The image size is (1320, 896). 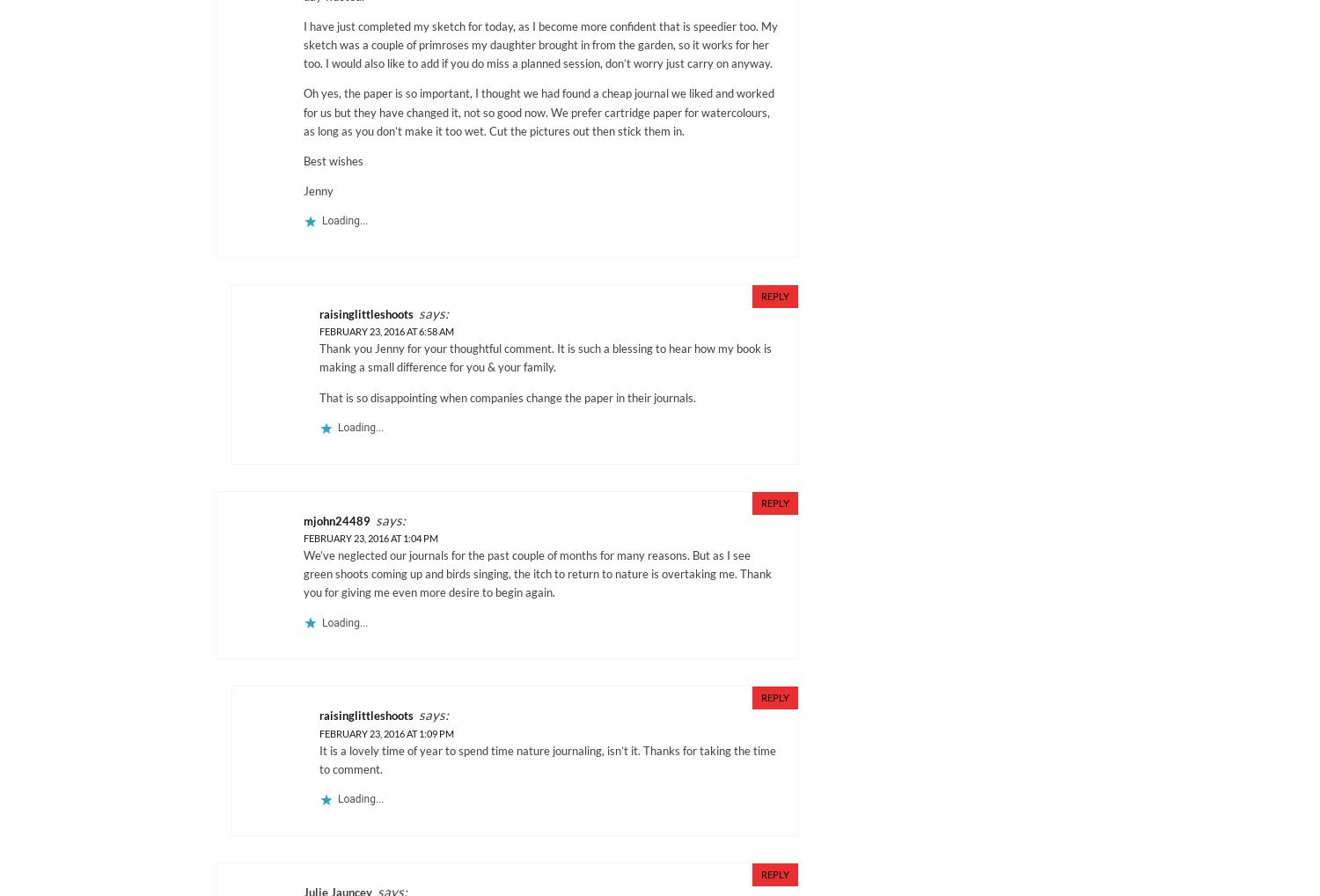 What do you see at coordinates (385, 731) in the screenshot?
I see `'February 23, 2016 at 1:09 pm'` at bounding box center [385, 731].